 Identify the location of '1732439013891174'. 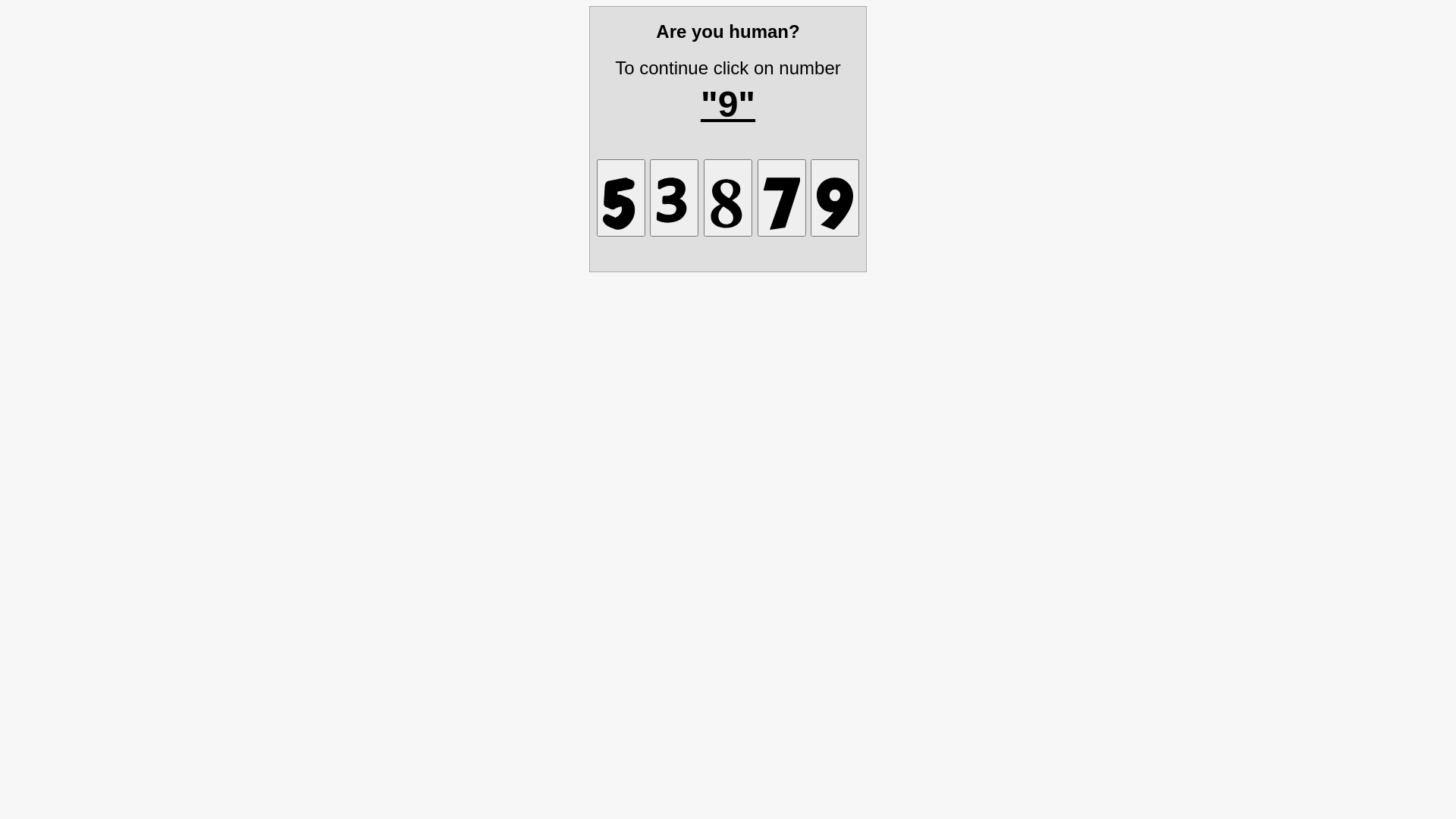
(757, 197).